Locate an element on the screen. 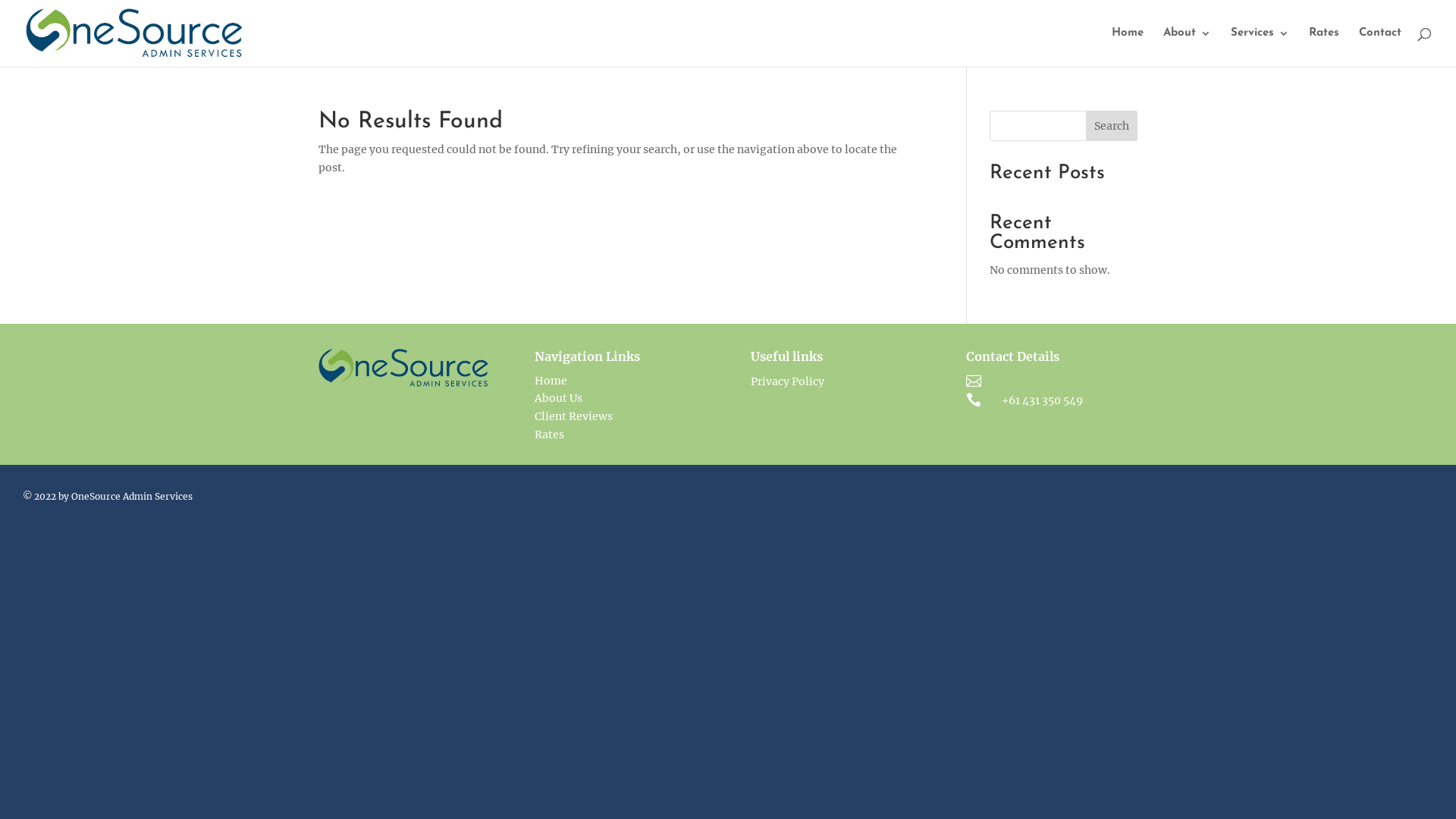  'Services' is located at coordinates (1260, 46).